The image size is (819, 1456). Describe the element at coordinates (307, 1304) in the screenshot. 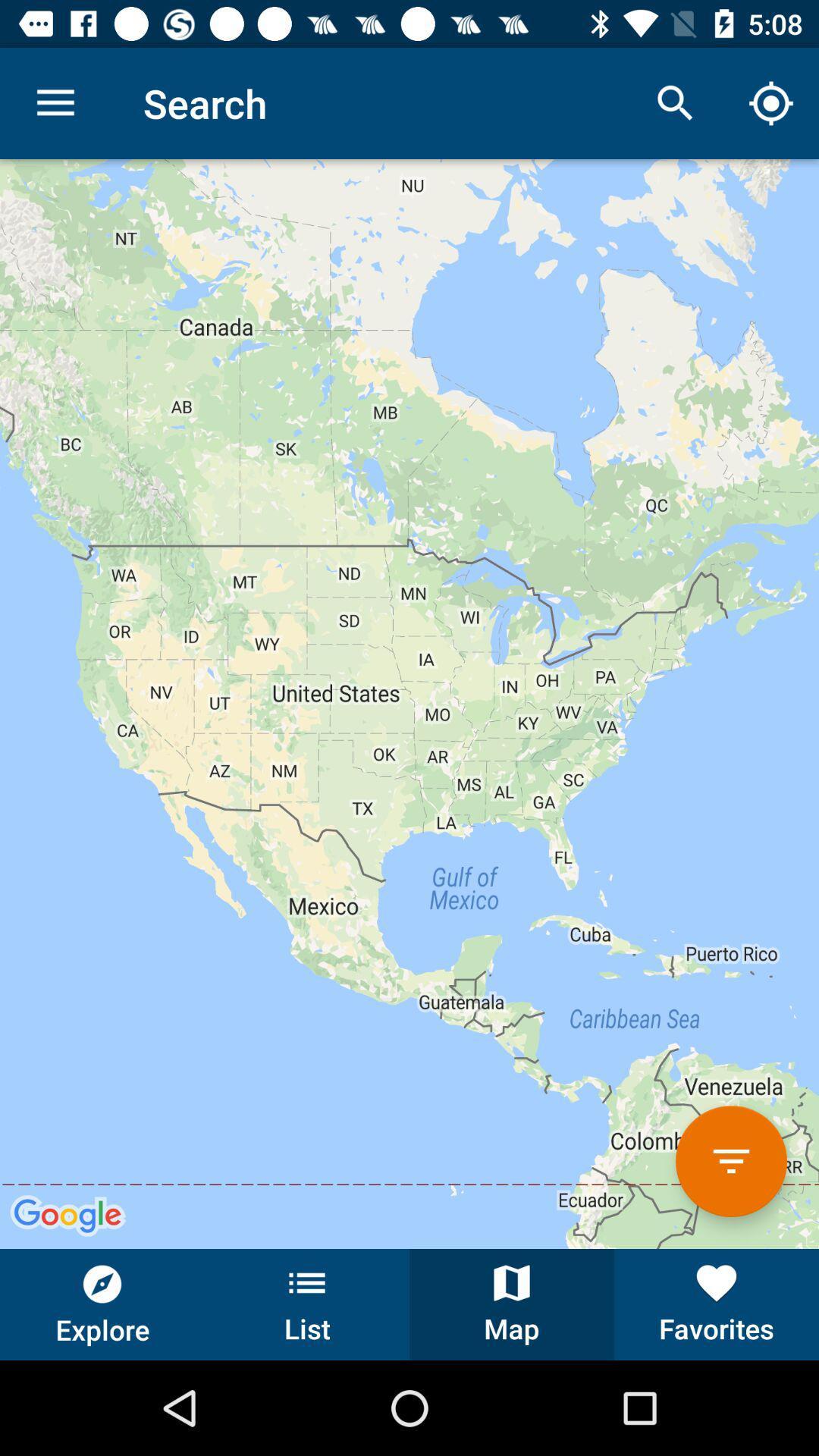

I see `the button to the right of the explore icon` at that location.